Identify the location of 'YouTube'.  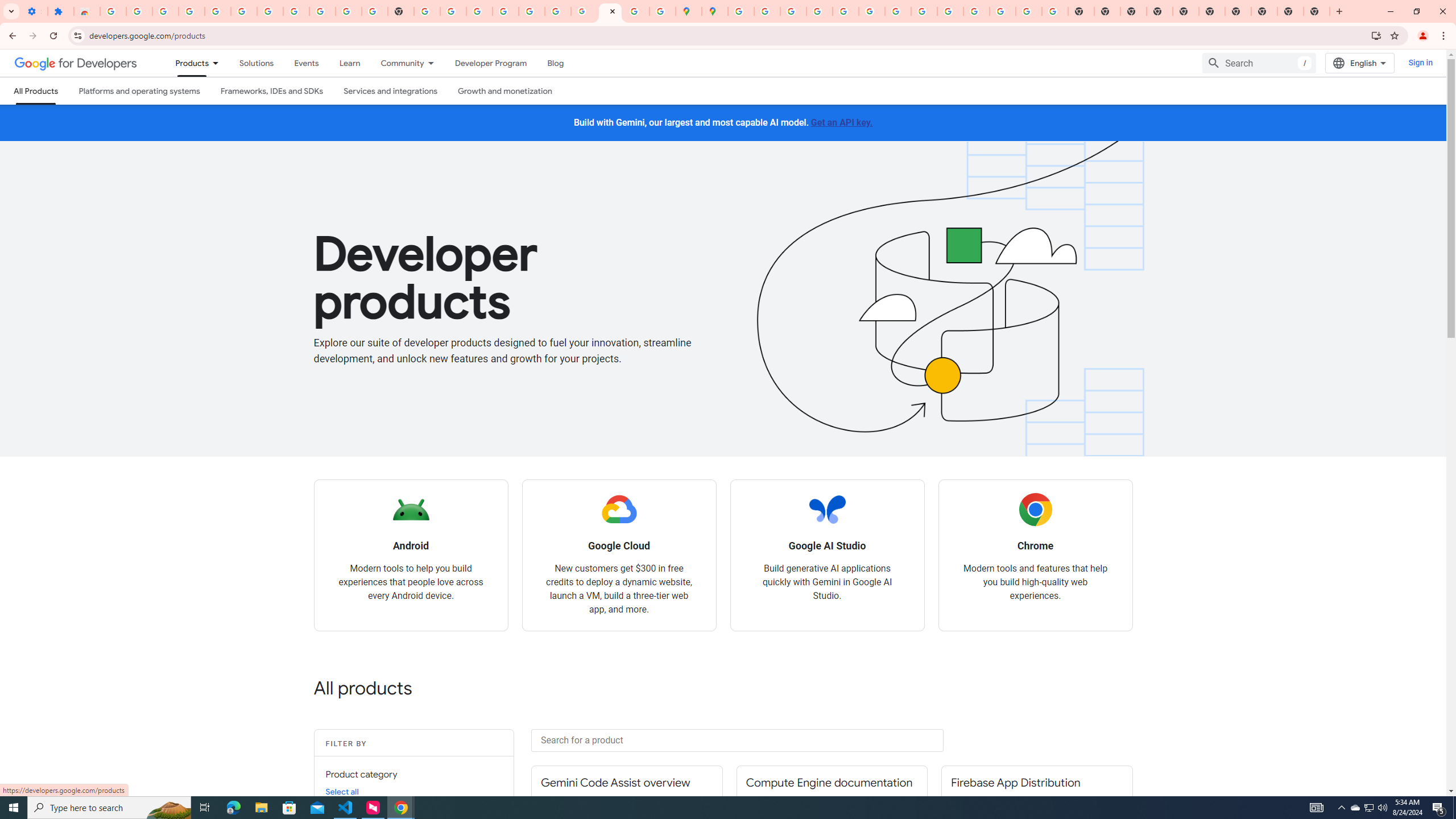
(897, 11).